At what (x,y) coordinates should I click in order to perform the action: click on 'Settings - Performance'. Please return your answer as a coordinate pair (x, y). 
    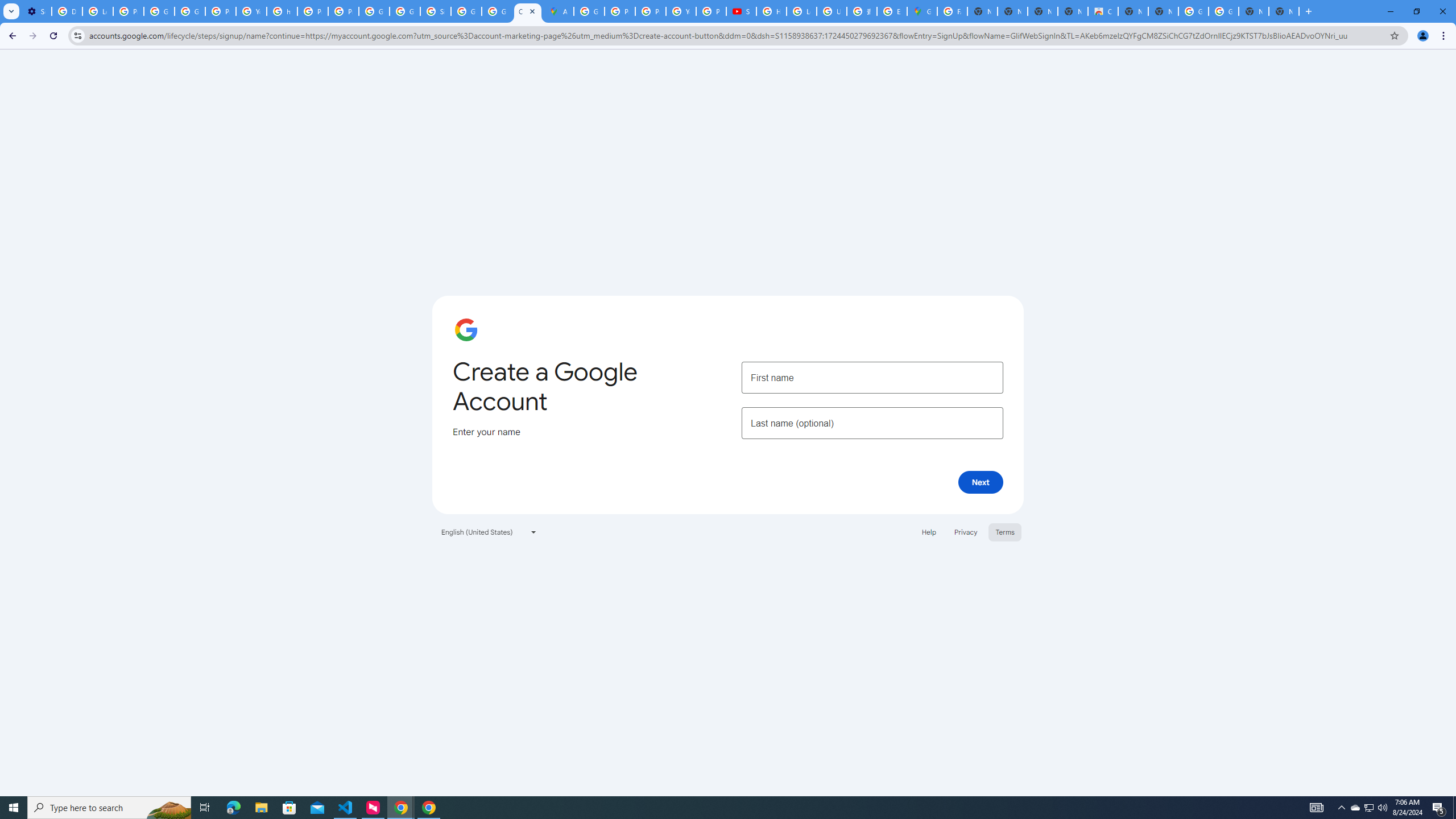
    Looking at the image, I should click on (36, 11).